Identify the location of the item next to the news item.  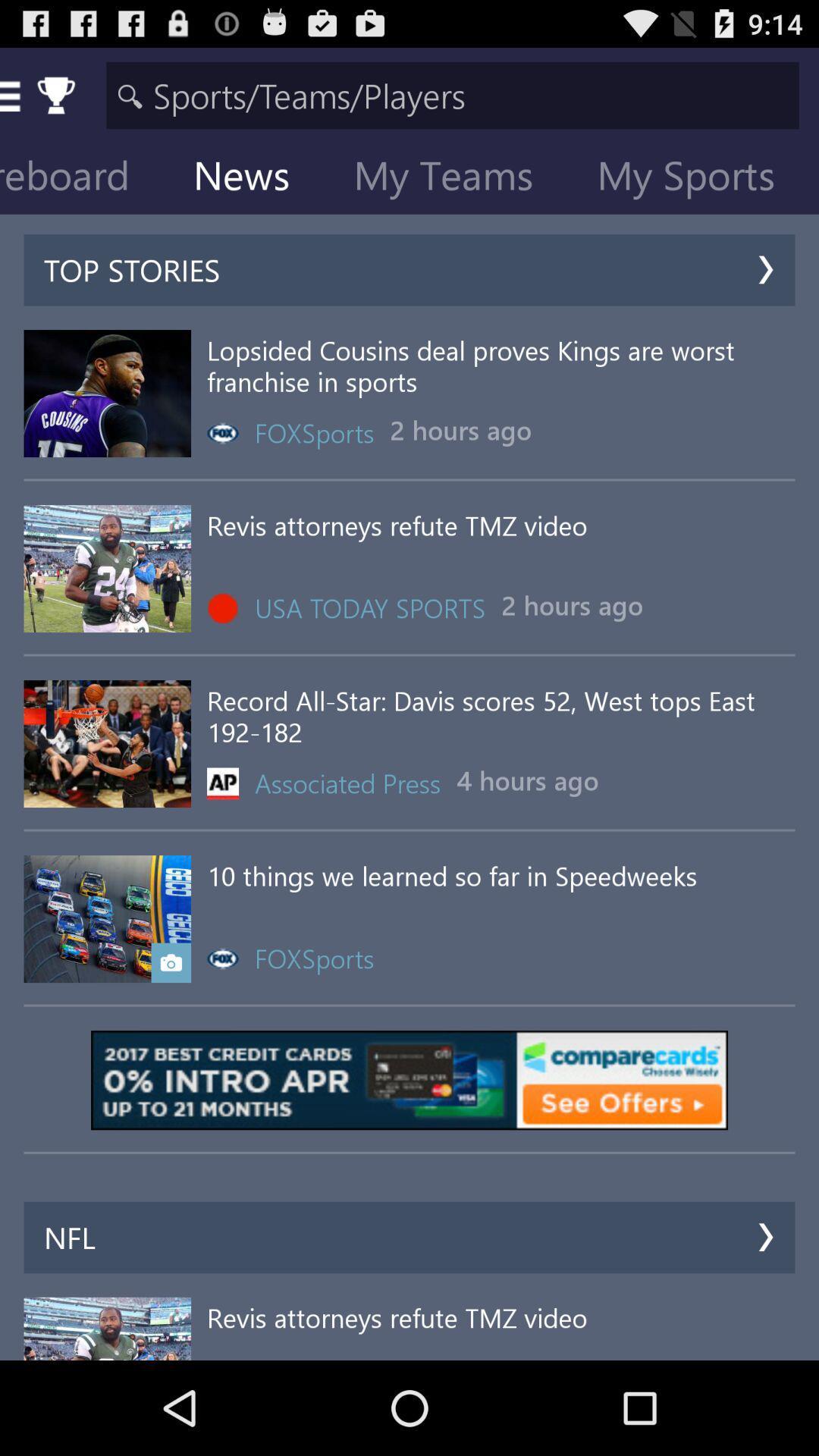
(86, 178).